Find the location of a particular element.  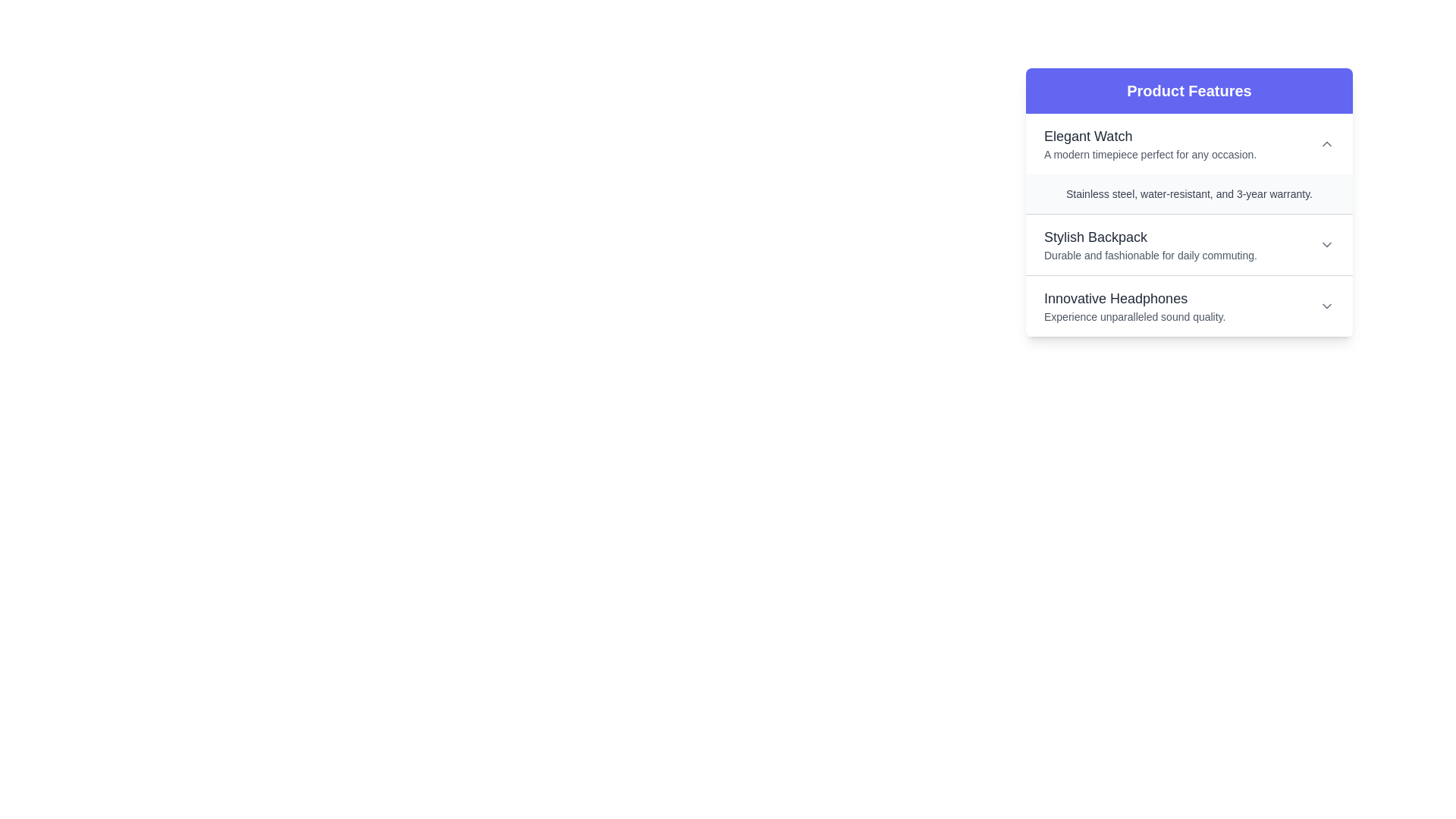

the 'Product Features' text label, which is styled with a white font on a purple background and serves as a section header above product detail items is located at coordinates (1188, 90).